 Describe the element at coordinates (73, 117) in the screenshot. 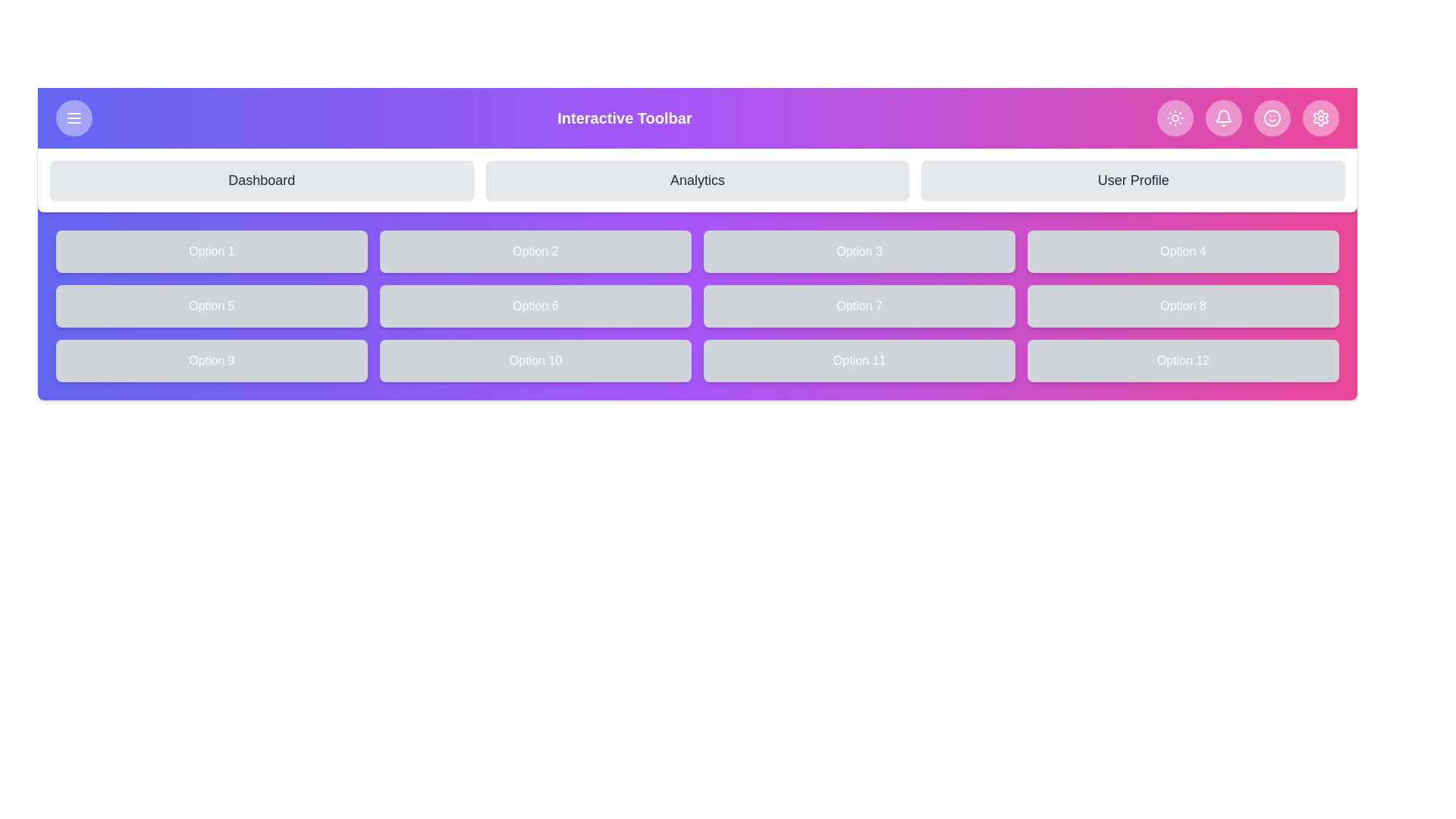

I see `the menu button to toggle the visibility of the menu` at that location.